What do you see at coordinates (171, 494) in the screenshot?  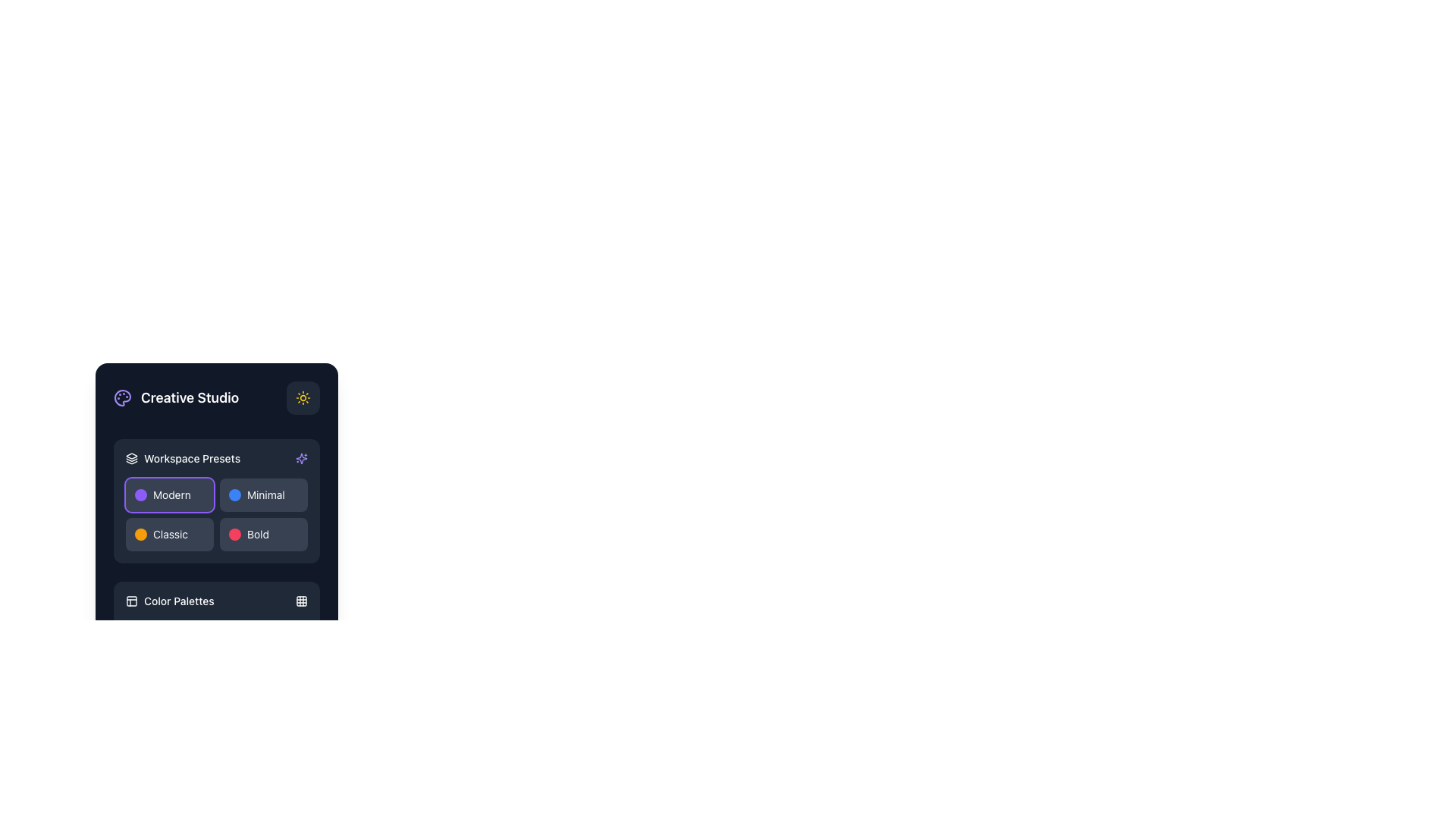 I see `the text label displaying 'Modern', which is styled in a small font size and capitalized, located within a rounded rectangular button with a violet ring outline and a dark gray background, near the top-left corner of a grid of buttons under 'Workspace Presets'` at bounding box center [171, 494].